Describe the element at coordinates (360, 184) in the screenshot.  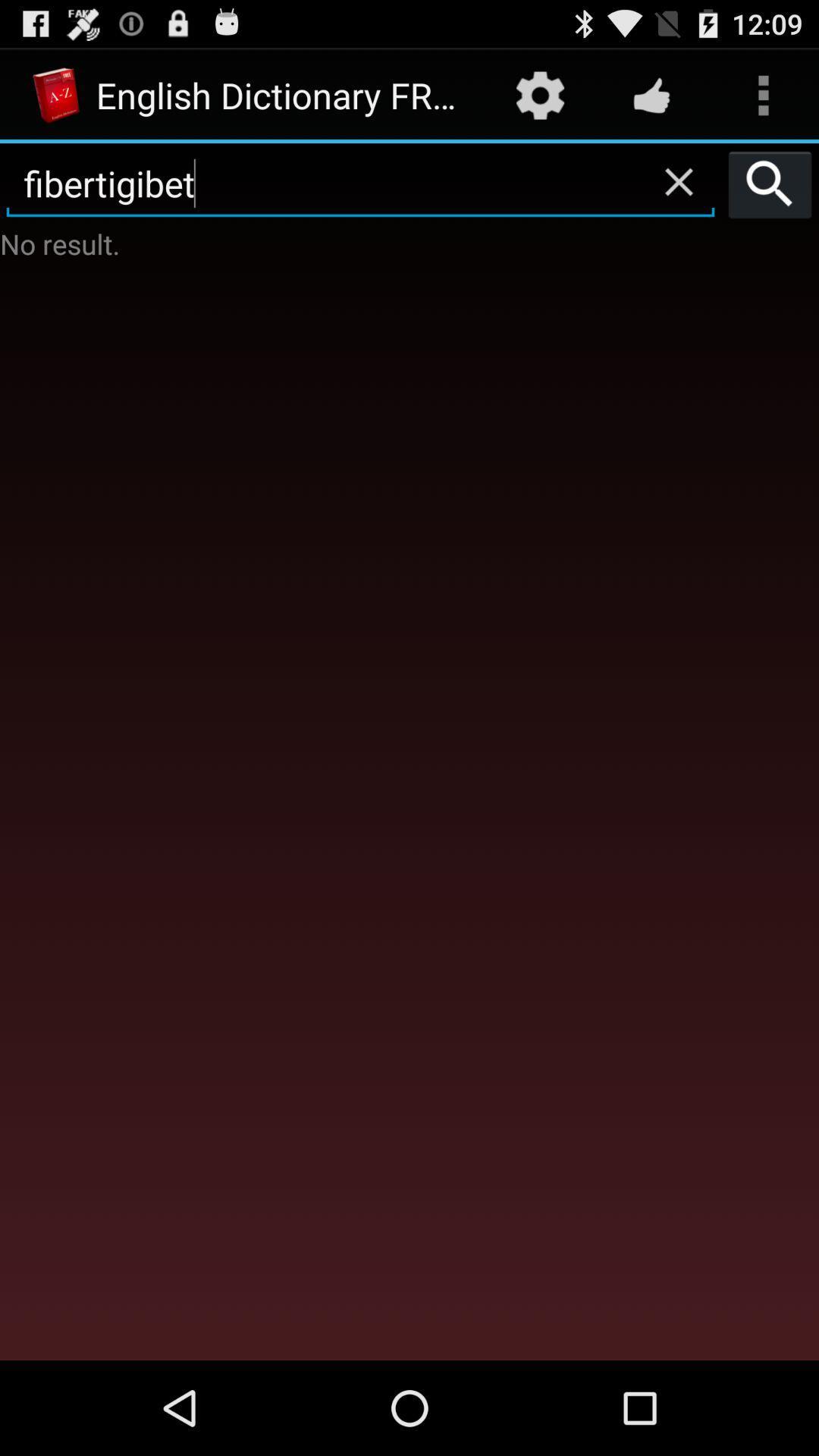
I see `fibertigibet item` at that location.